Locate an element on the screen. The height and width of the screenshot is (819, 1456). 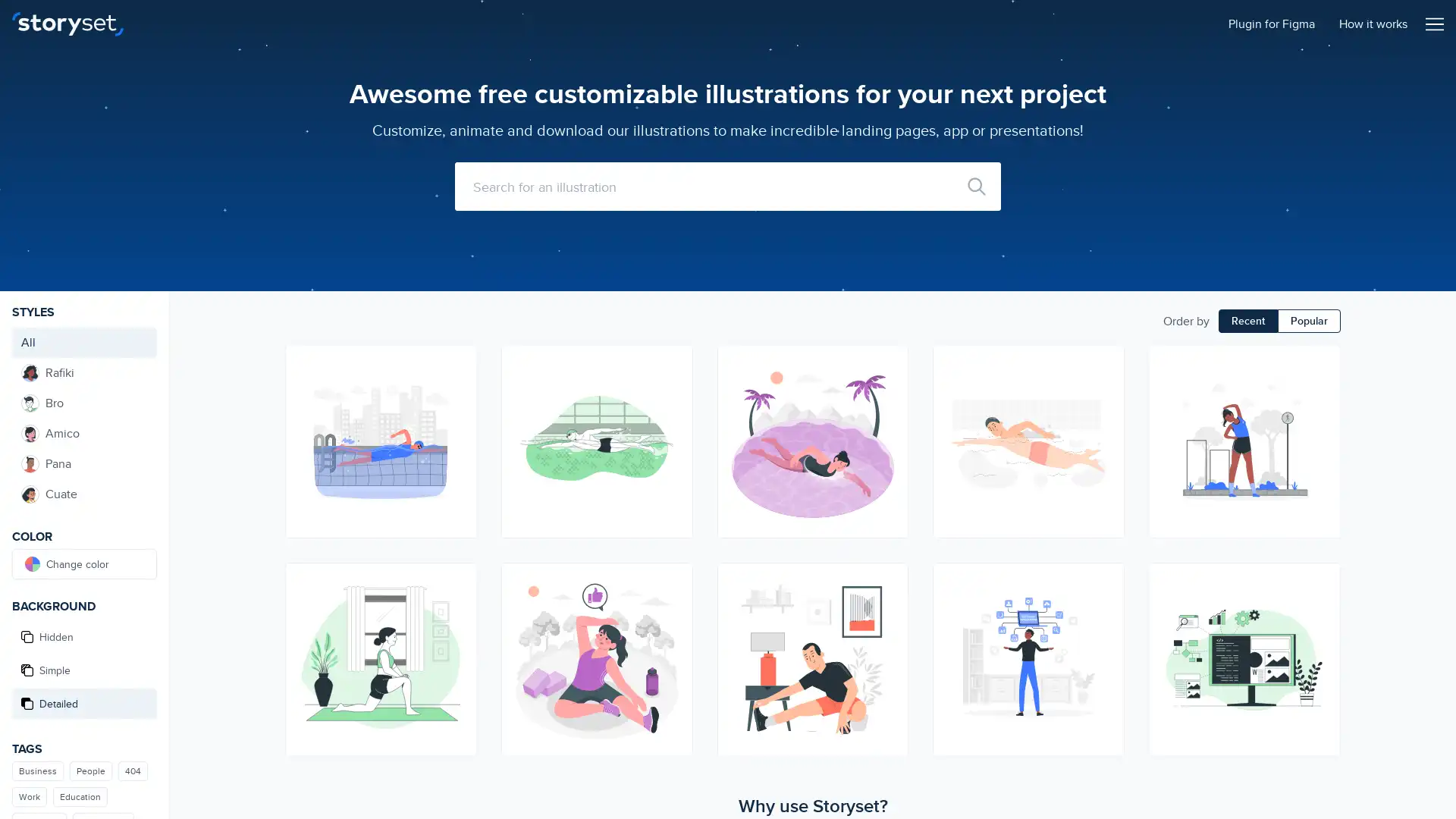
download icon Download is located at coordinates (1106, 391).